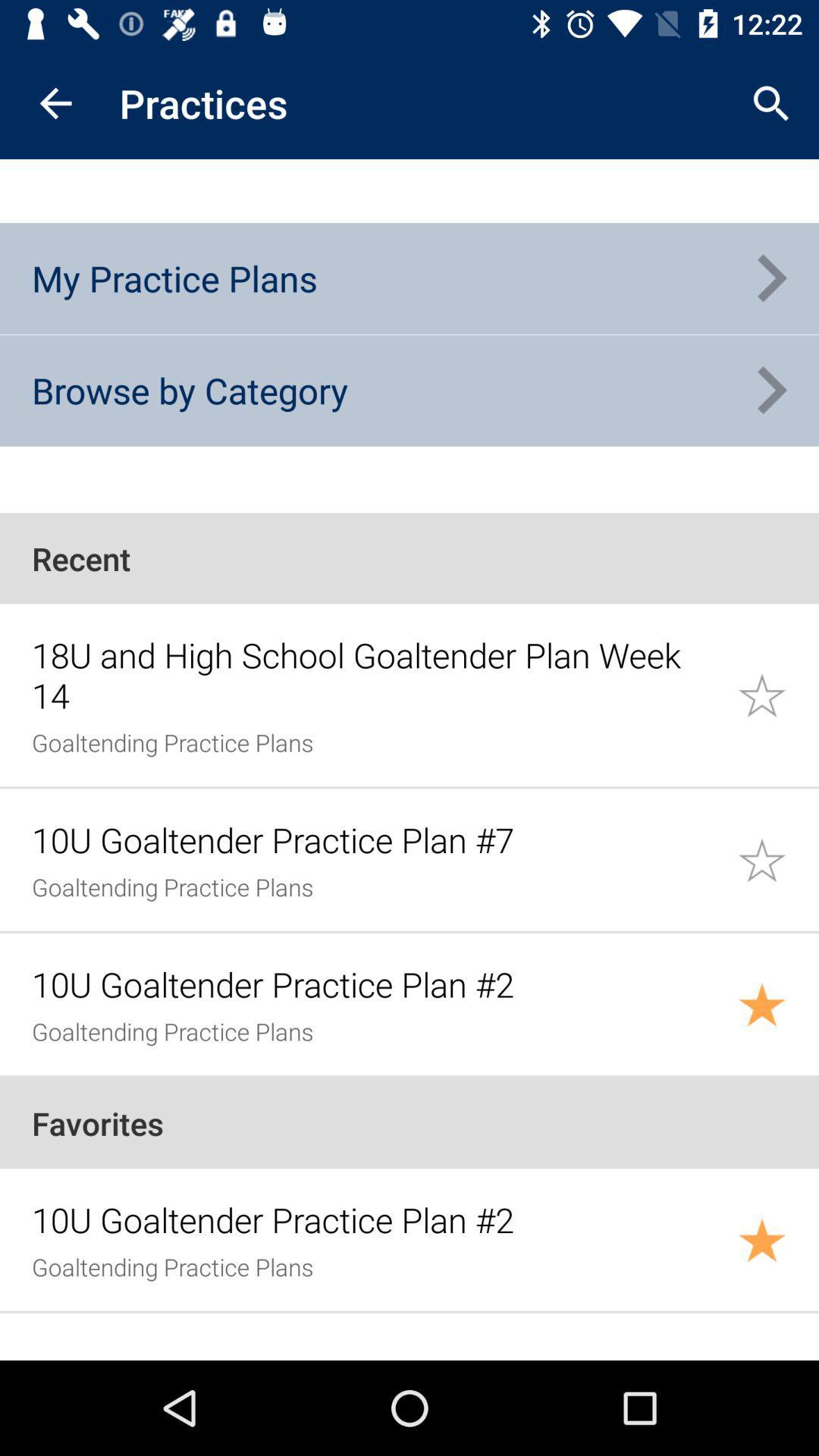 Image resolution: width=819 pixels, height=1456 pixels. I want to click on the icon to the right of browse by category icon, so click(771, 391).